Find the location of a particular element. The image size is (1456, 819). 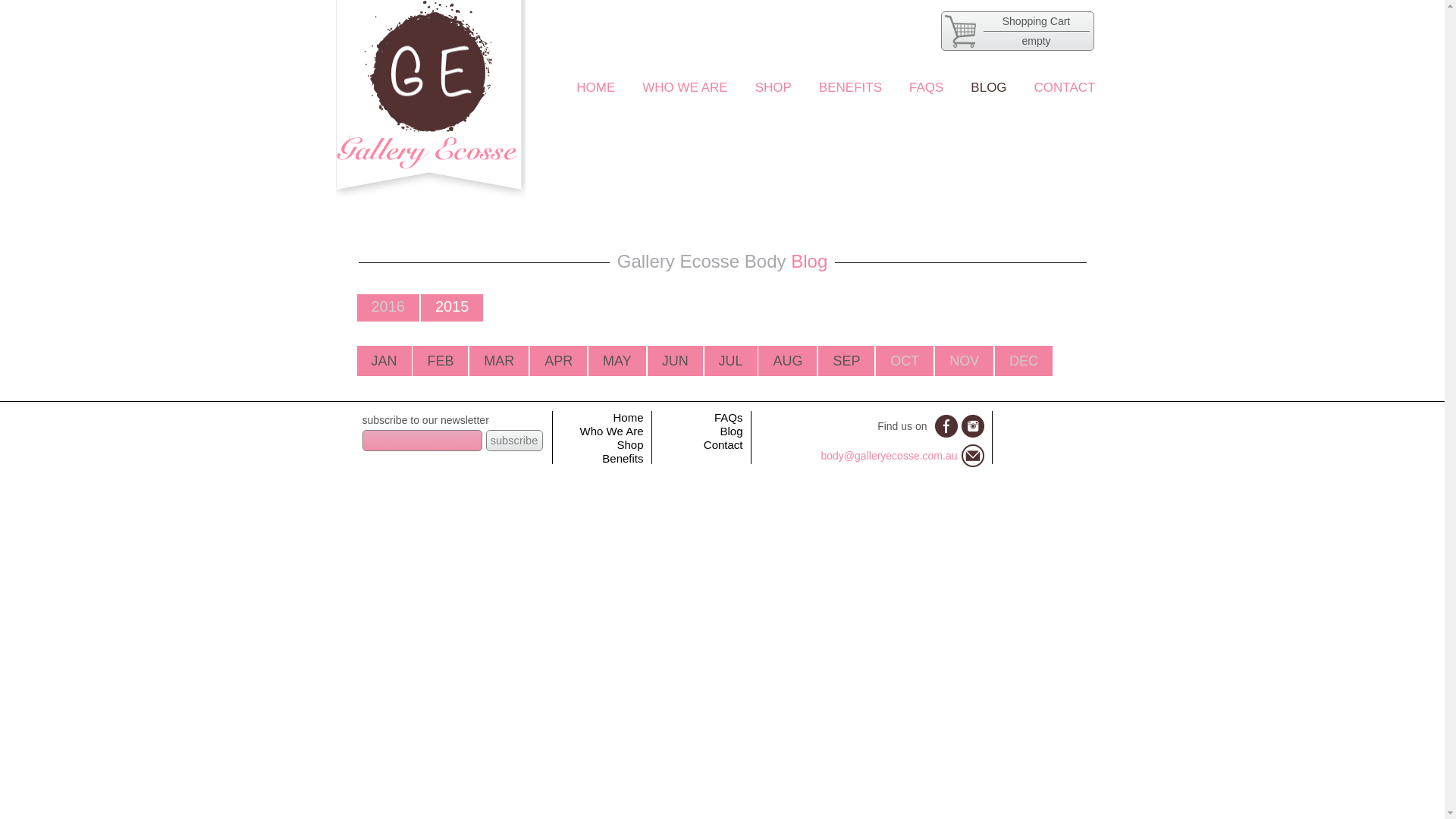

'Home' is located at coordinates (628, 417).